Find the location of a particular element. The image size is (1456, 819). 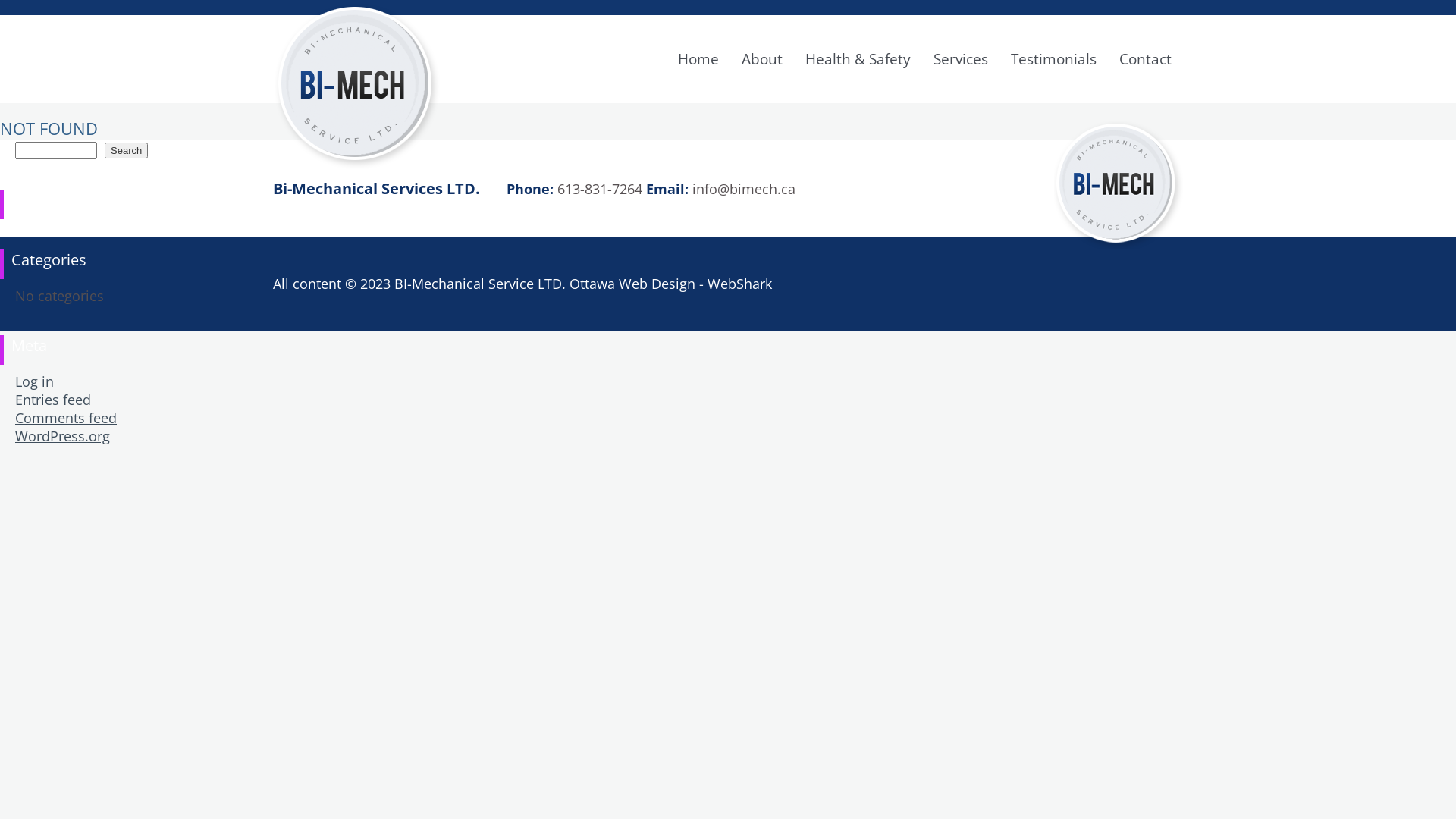

'WordPress.org' is located at coordinates (14, 435).